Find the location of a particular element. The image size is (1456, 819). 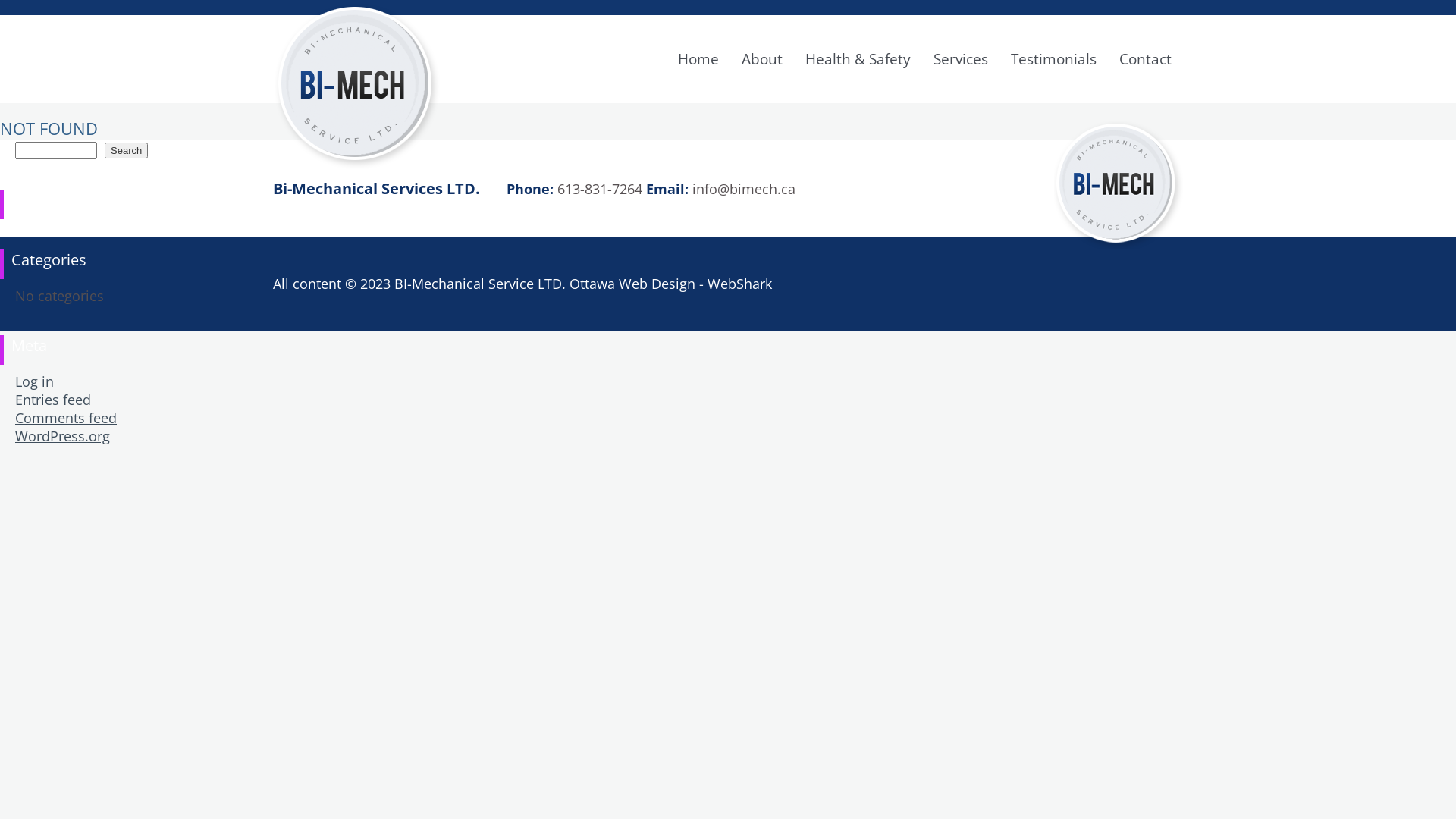

'WordPress.org' is located at coordinates (14, 435).